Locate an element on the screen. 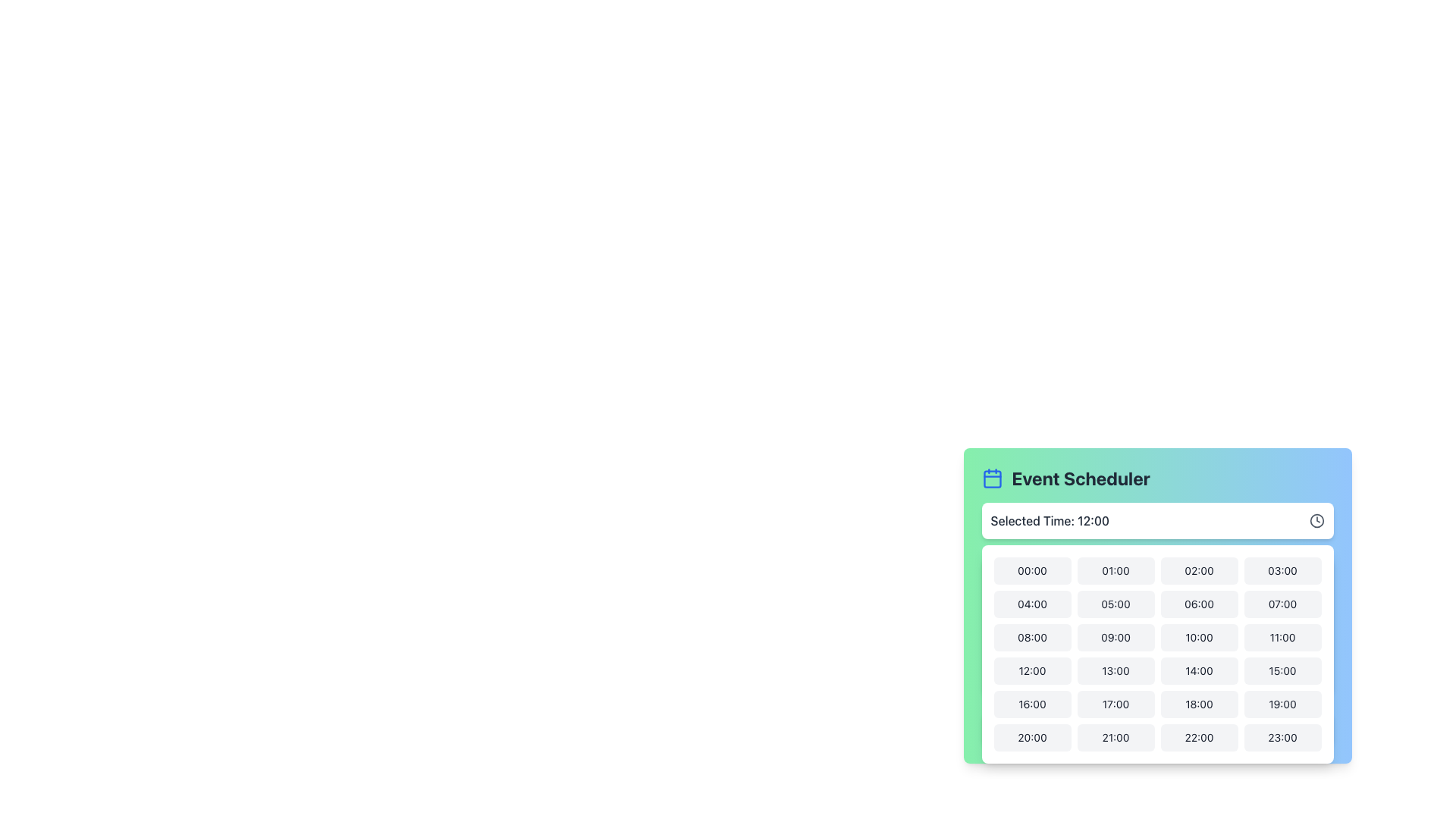 The height and width of the screenshot is (819, 1456). the button displaying '21:00' located in the sixth row and second column of the time picker grid is located at coordinates (1116, 736).